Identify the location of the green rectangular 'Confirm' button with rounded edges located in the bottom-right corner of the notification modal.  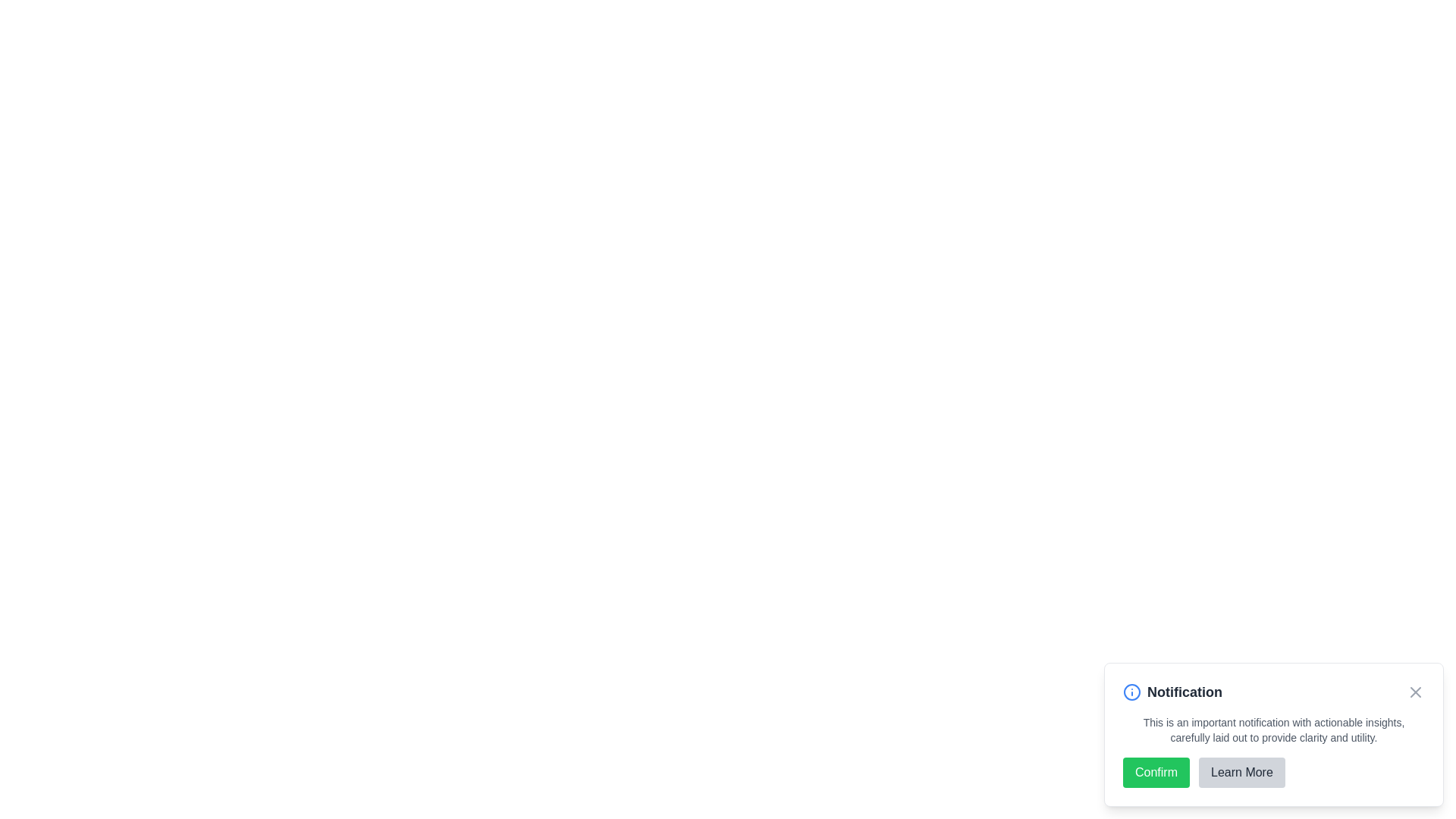
(1156, 772).